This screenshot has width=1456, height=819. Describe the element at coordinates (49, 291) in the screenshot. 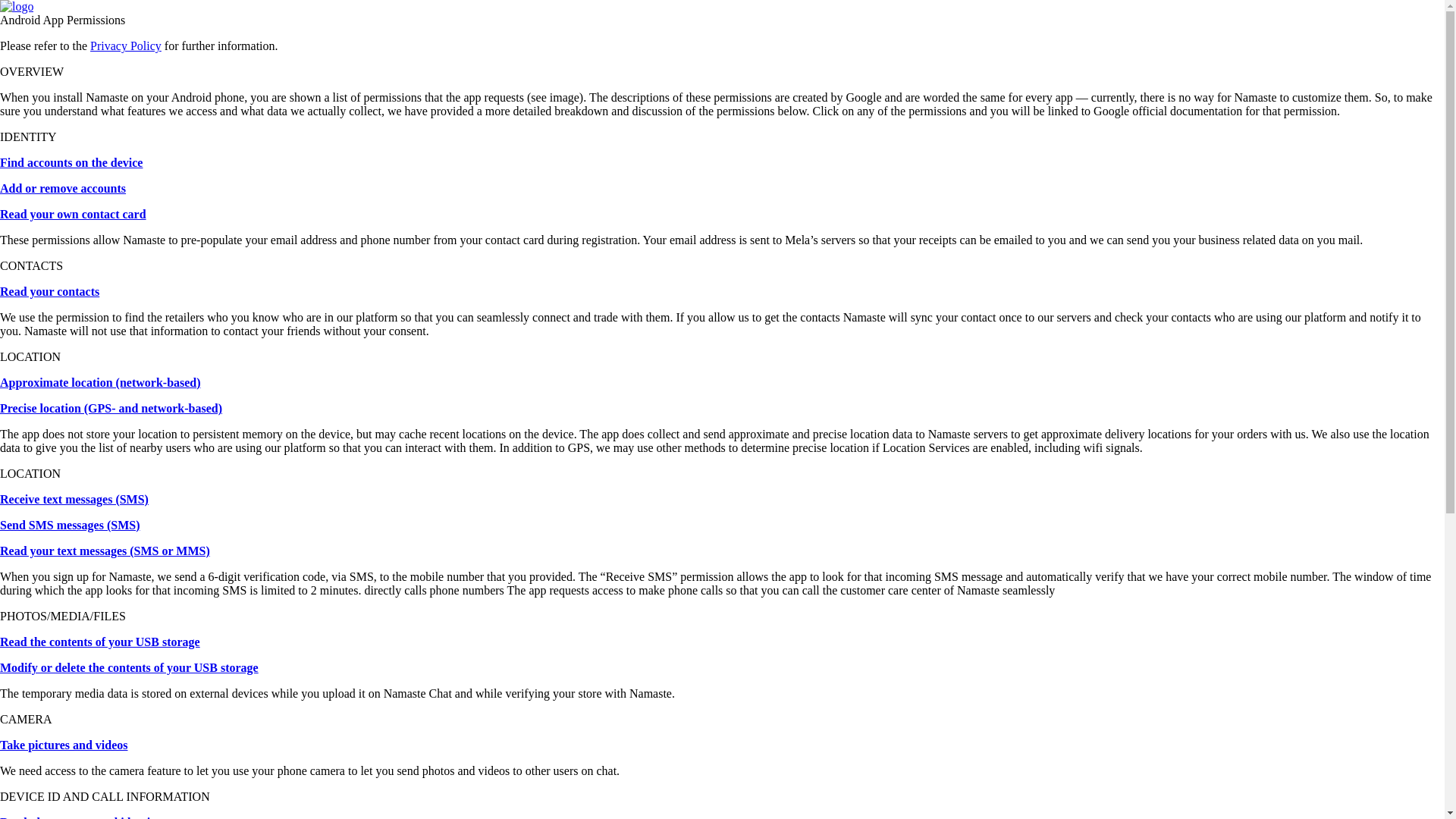

I see `'Read your contacts'` at that location.